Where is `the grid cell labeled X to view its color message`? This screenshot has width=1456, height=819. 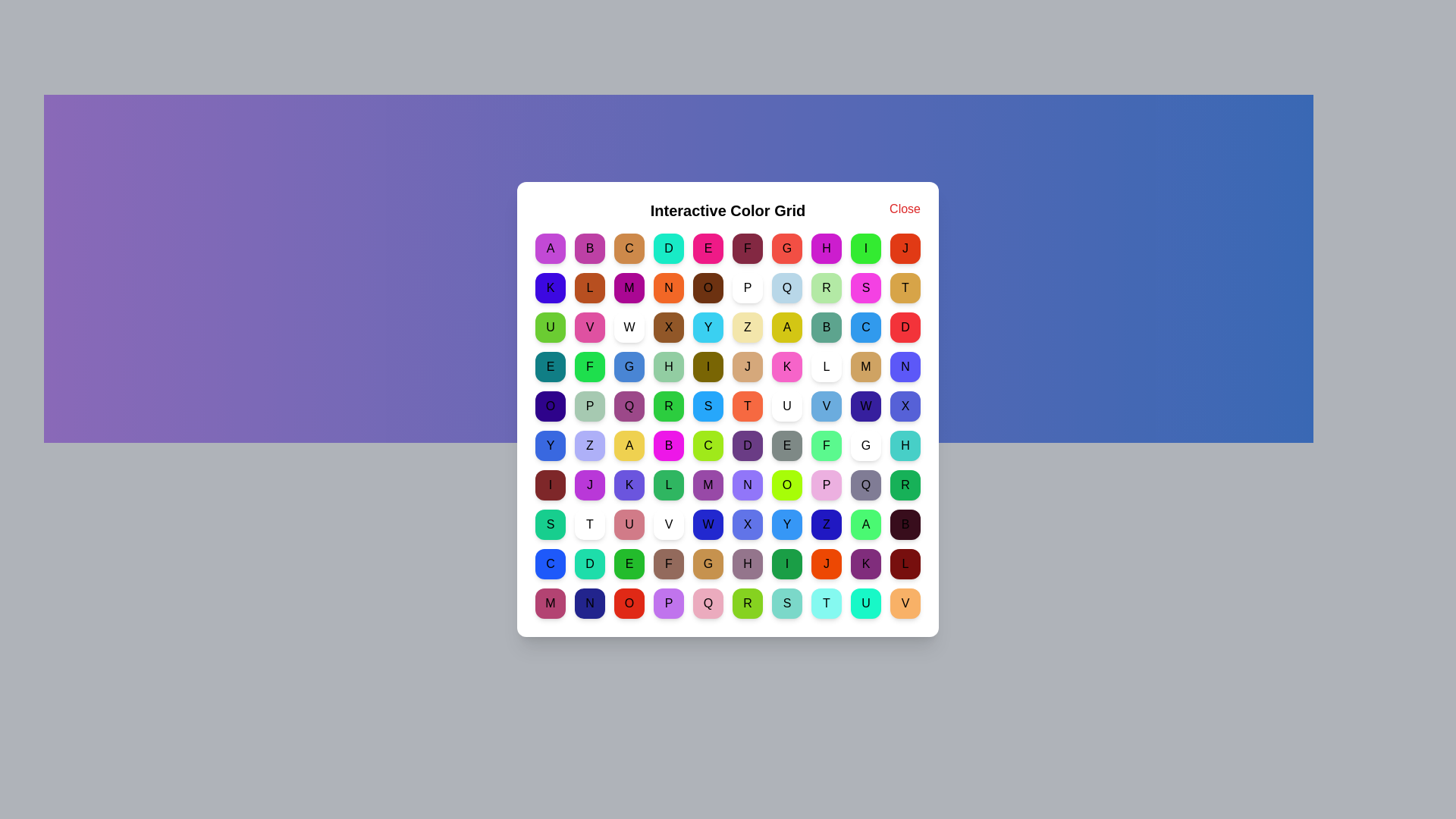
the grid cell labeled X to view its color message is located at coordinates (668, 327).